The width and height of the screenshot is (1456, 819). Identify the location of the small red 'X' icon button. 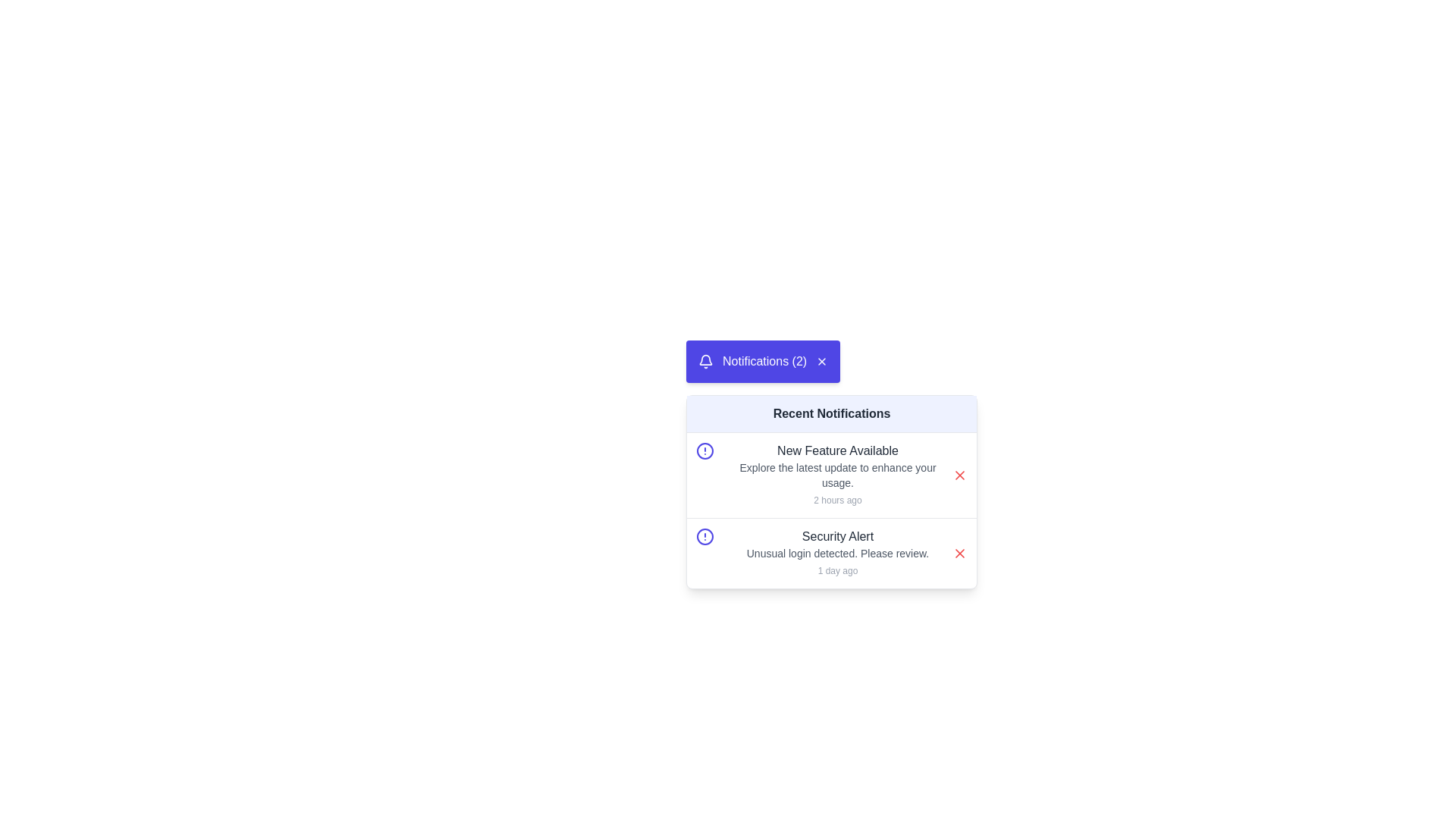
(959, 553).